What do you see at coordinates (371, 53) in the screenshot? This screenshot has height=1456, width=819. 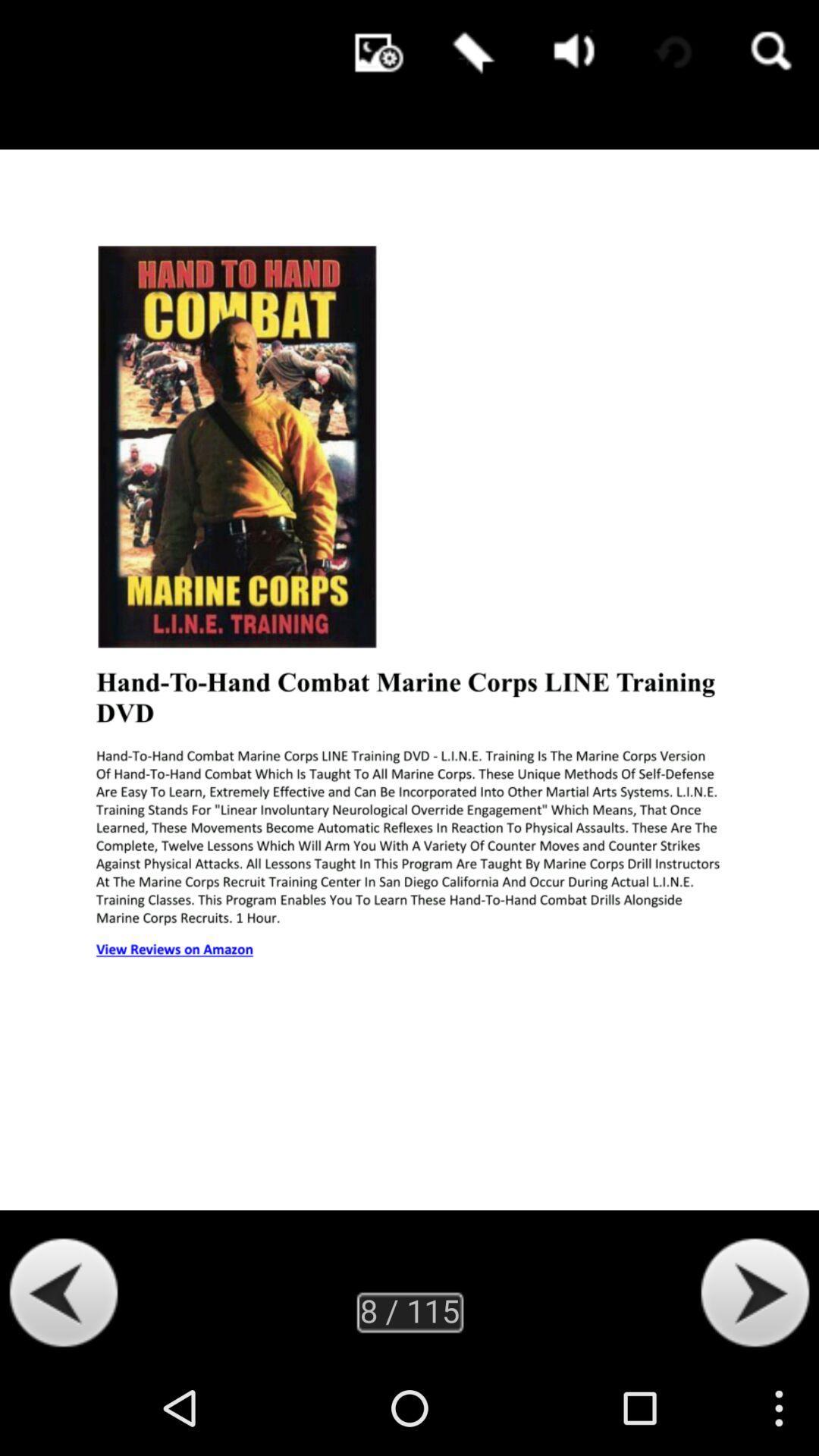 I see `the wallpaper icon` at bounding box center [371, 53].